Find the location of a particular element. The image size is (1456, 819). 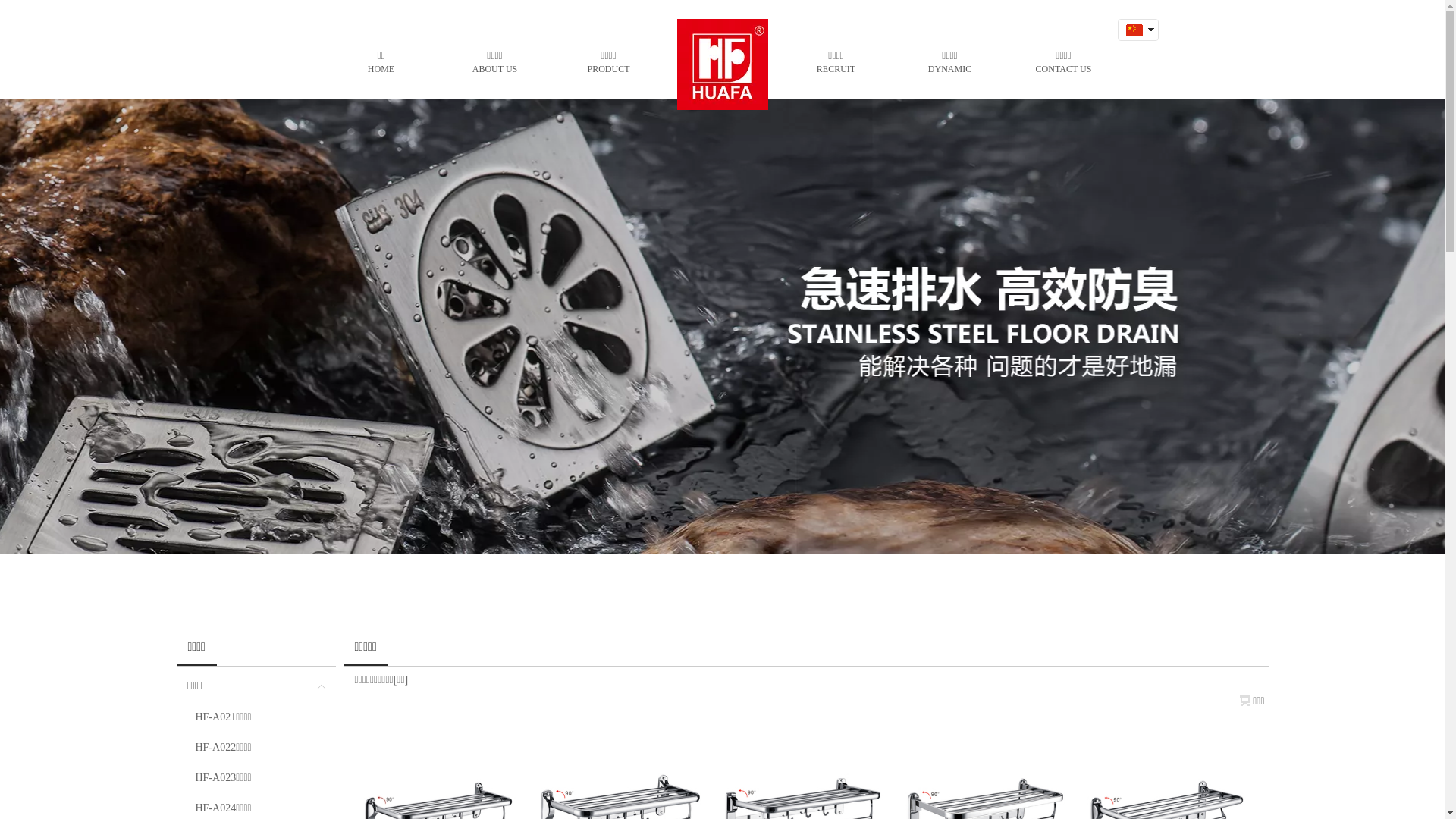

' ' is located at coordinates (1133, 49).